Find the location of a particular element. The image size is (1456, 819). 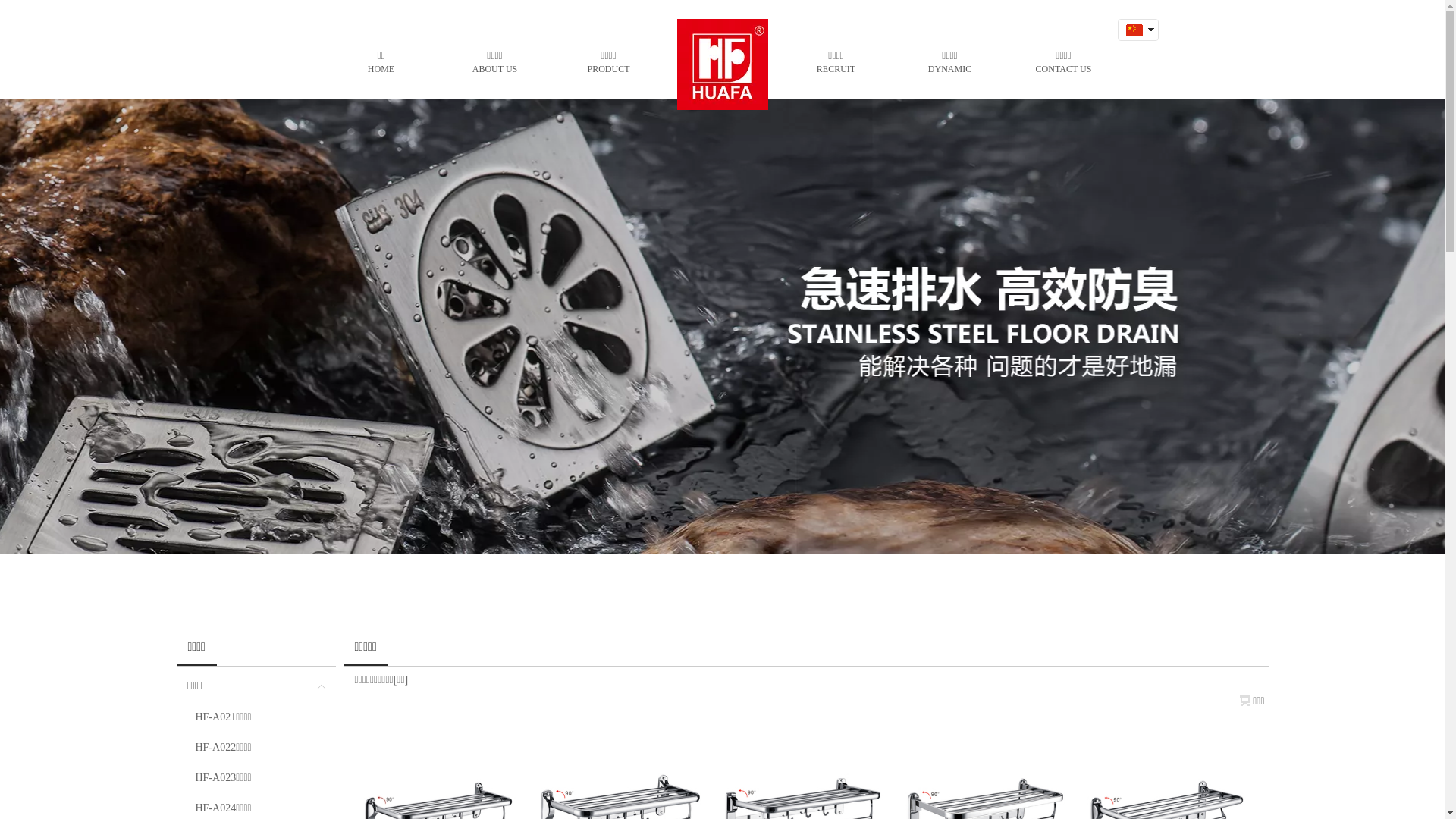

' ' is located at coordinates (1133, 49).